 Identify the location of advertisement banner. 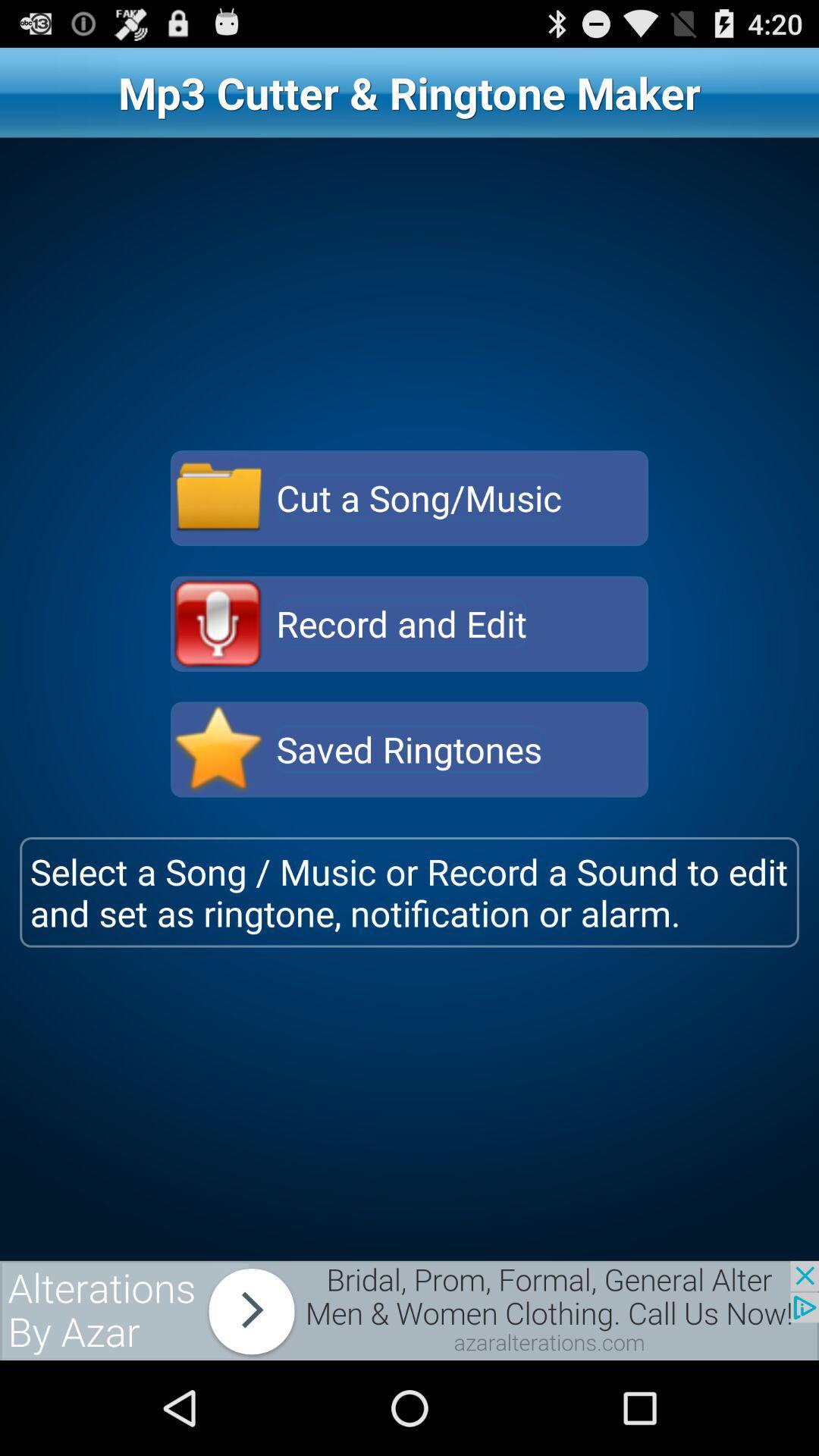
(409, 1310).